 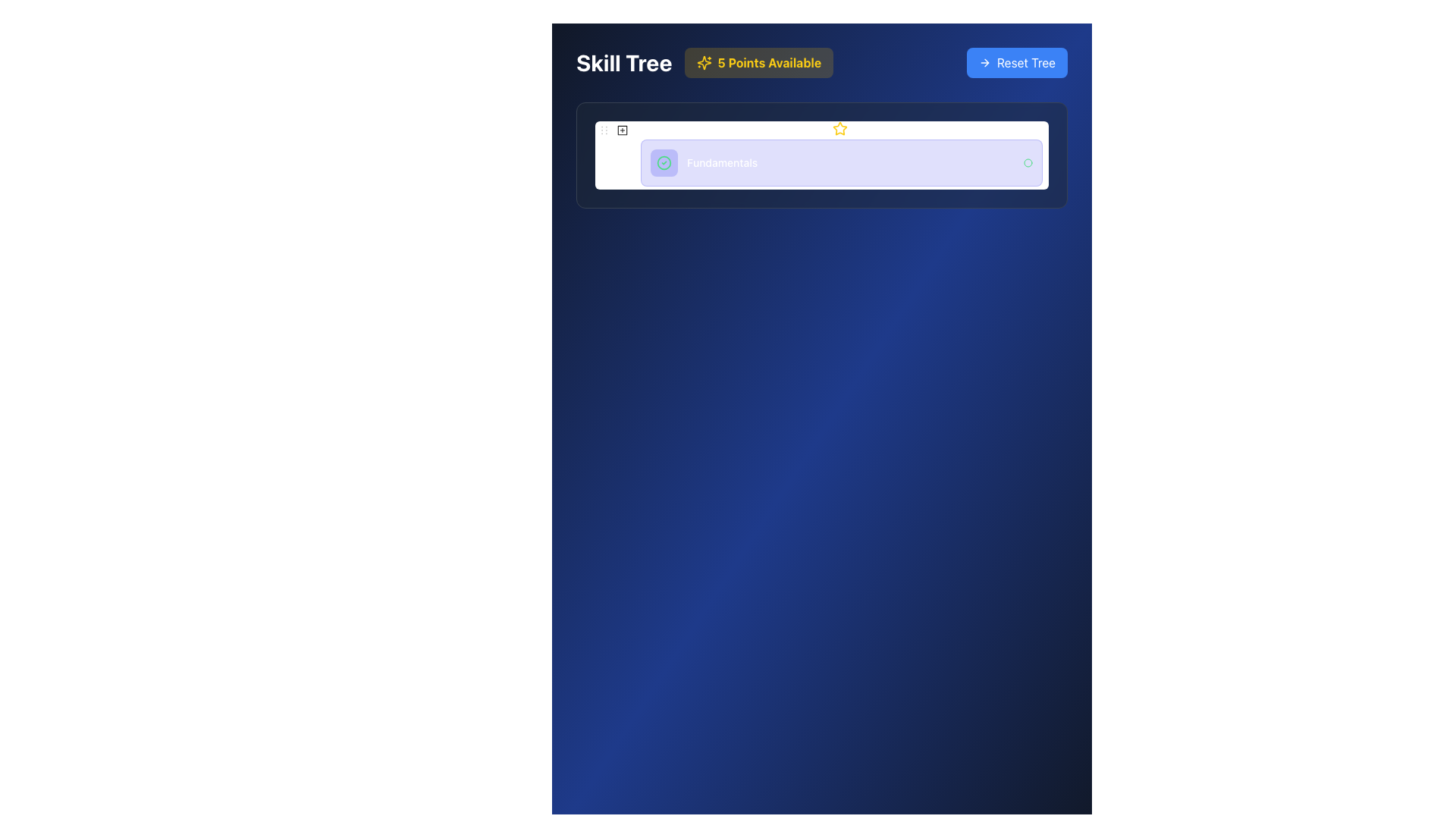 I want to click on the label 'Skill Tree' located at the top of the interface, so click(x=821, y=62).